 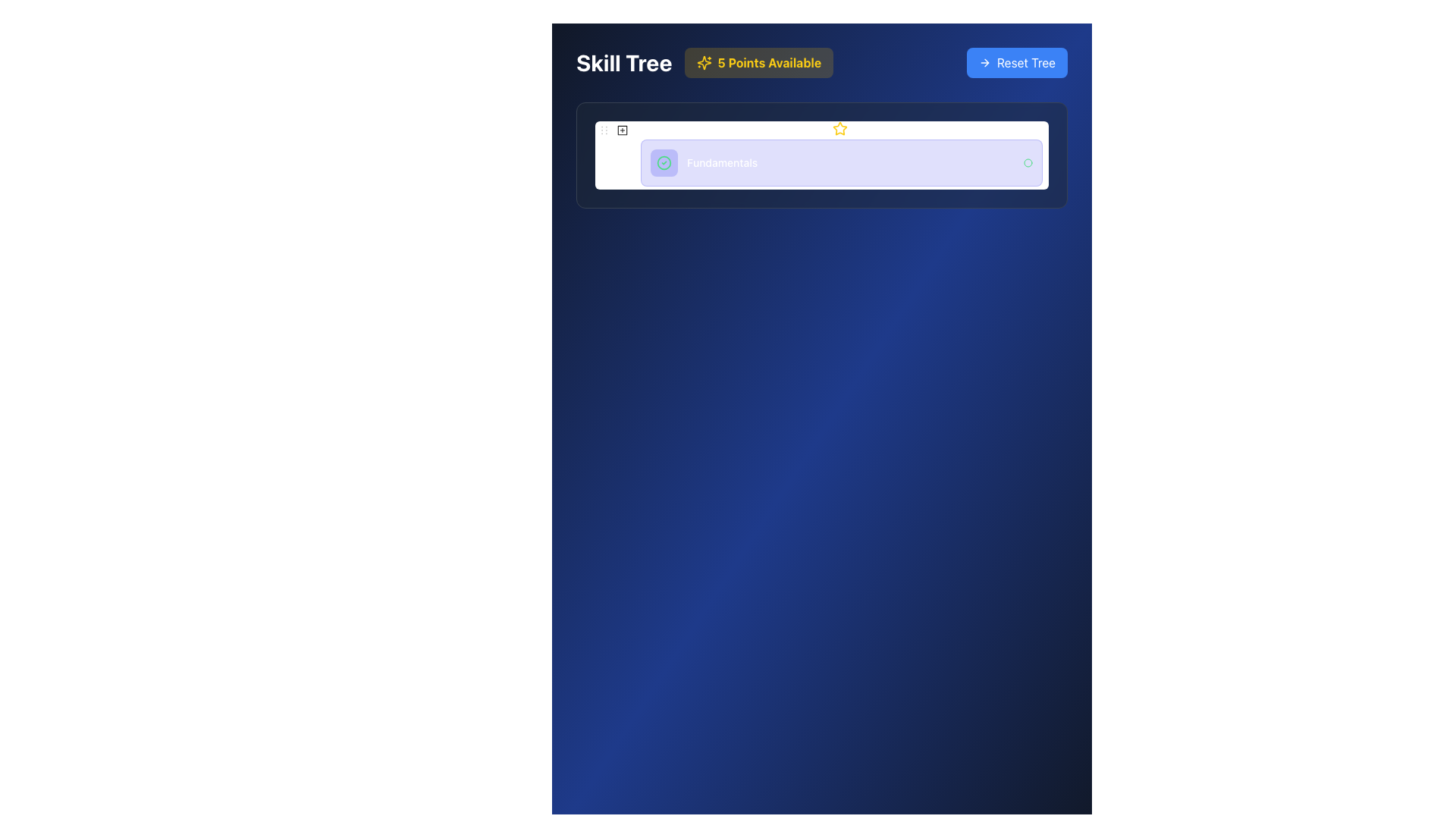 I want to click on the label 'Skill Tree' located at the top of the interface, so click(x=821, y=62).